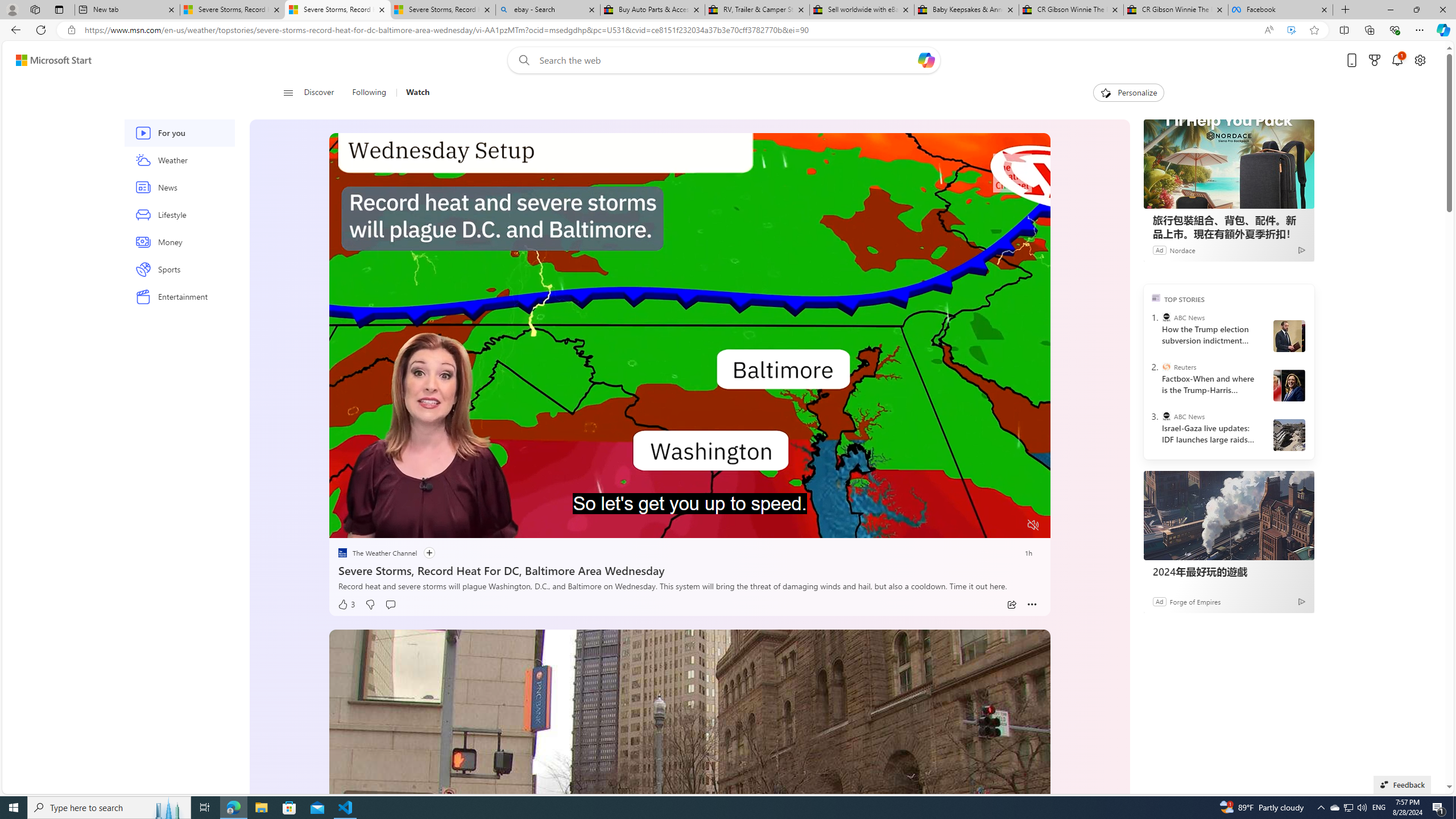 The width and height of the screenshot is (1456, 819). What do you see at coordinates (726, 59) in the screenshot?
I see `'Enter your search term'` at bounding box center [726, 59].